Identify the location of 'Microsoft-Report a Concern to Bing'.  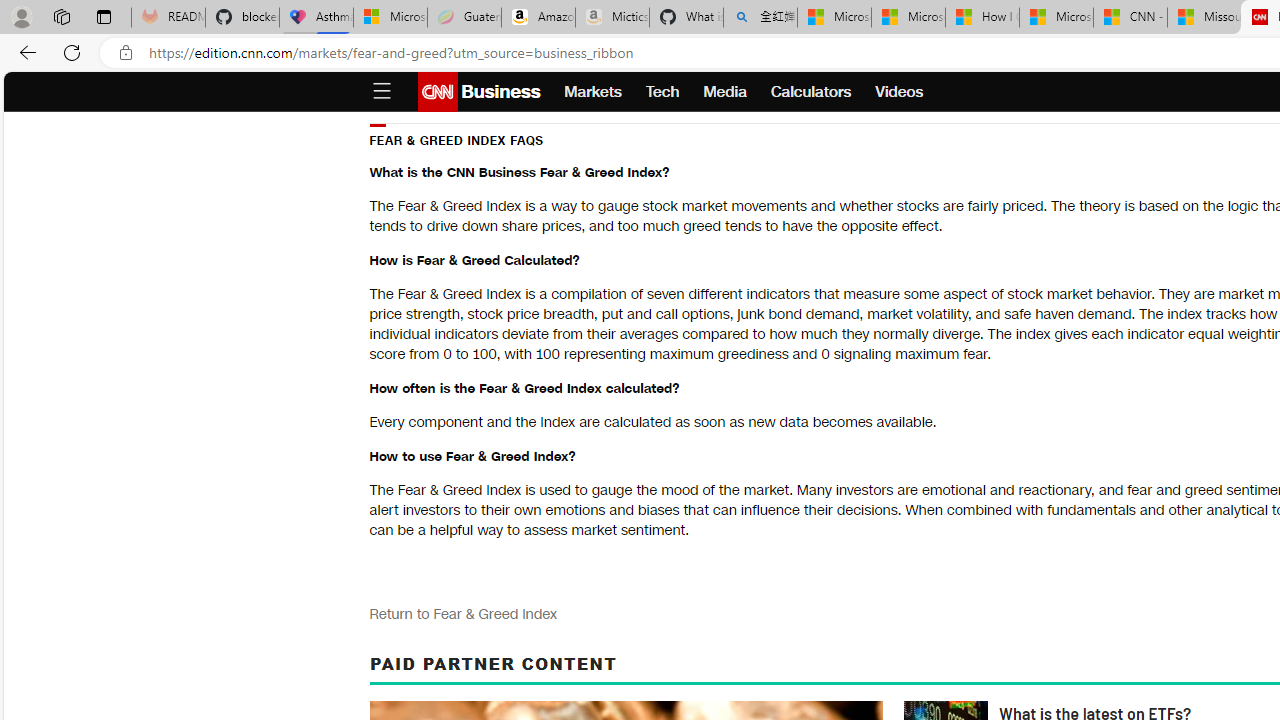
(391, 17).